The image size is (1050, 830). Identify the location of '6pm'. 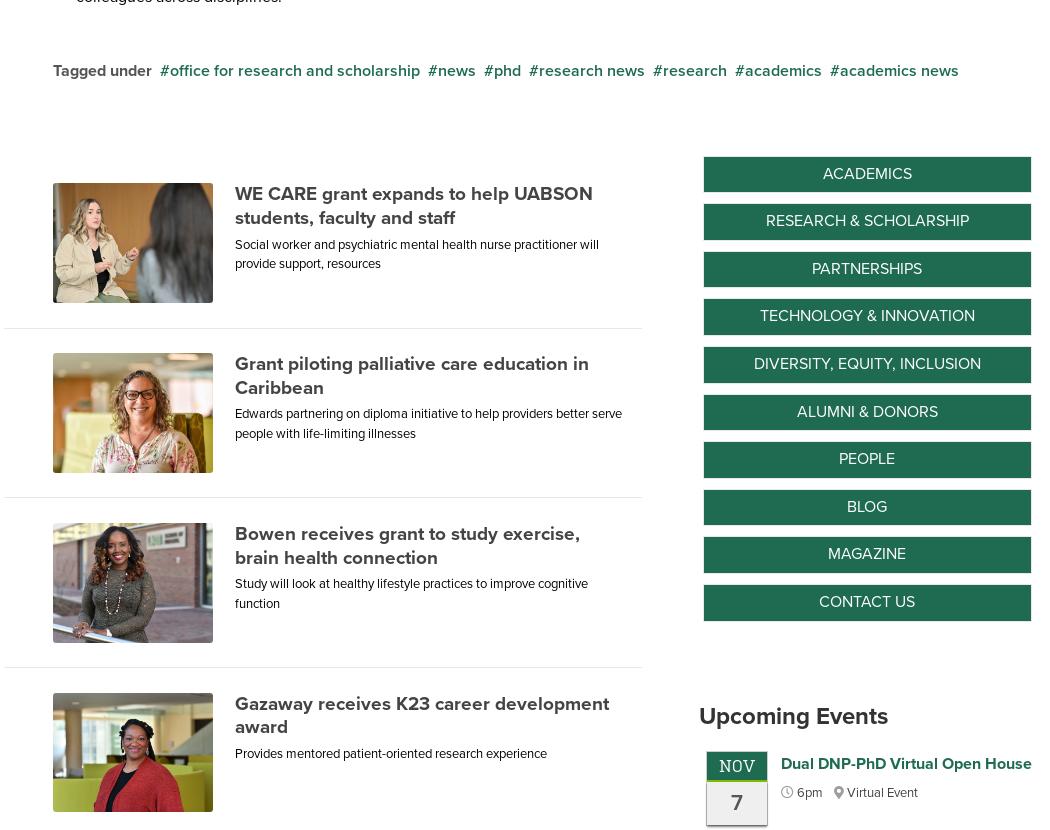
(807, 790).